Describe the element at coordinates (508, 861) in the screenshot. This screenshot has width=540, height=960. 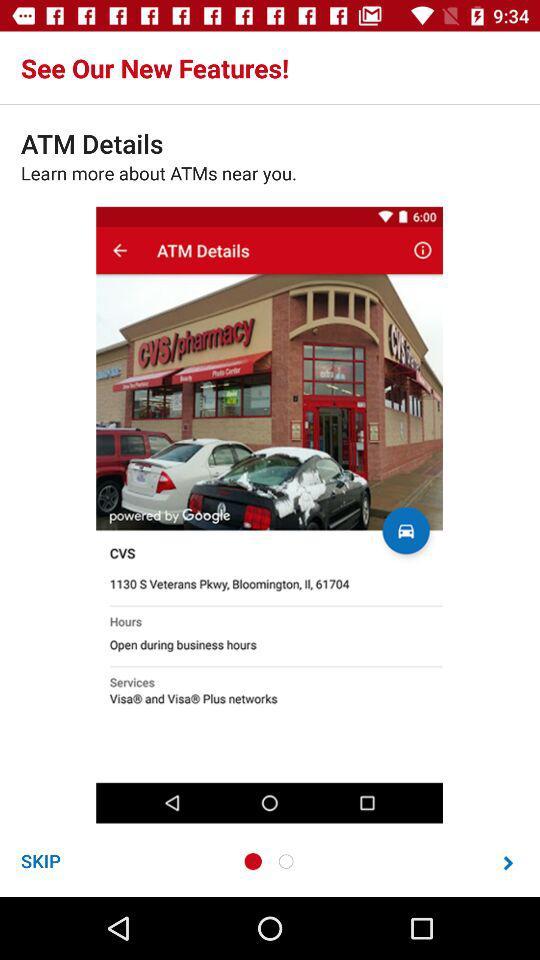
I see `item at the bottom right corner` at that location.